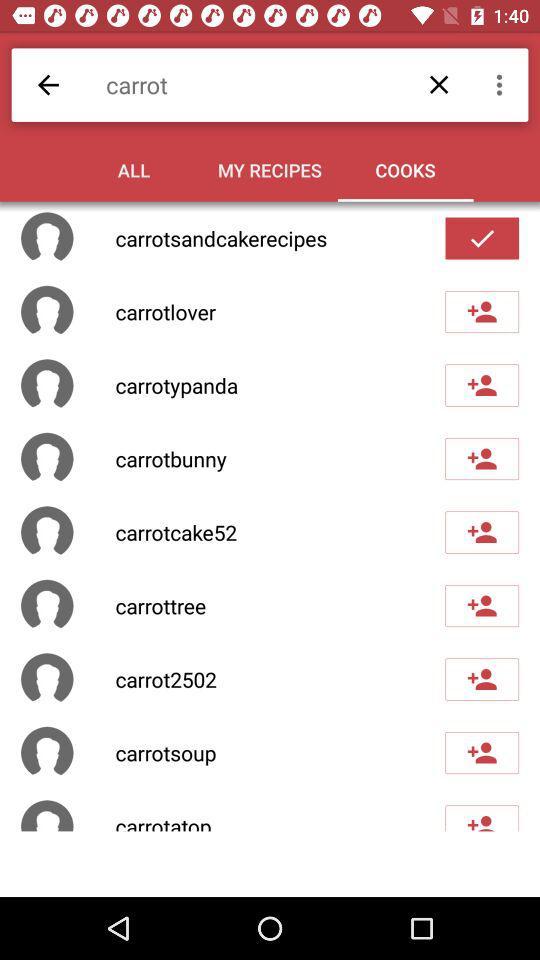  Describe the element at coordinates (47, 384) in the screenshot. I see `the icon which is left to the text carrotypanda` at that location.